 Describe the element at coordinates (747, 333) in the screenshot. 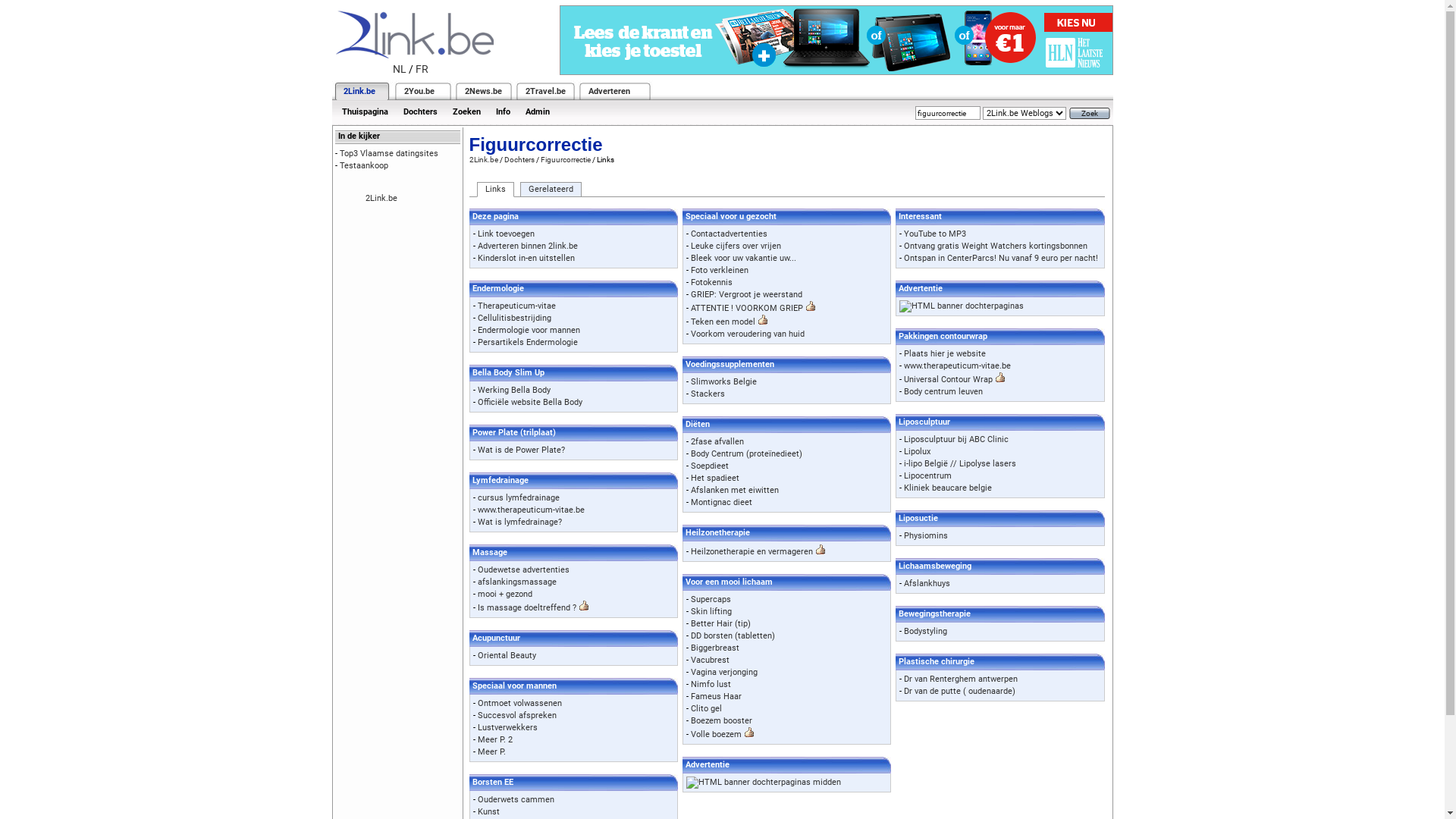

I see `'Voorkom veroudering van huid'` at that location.